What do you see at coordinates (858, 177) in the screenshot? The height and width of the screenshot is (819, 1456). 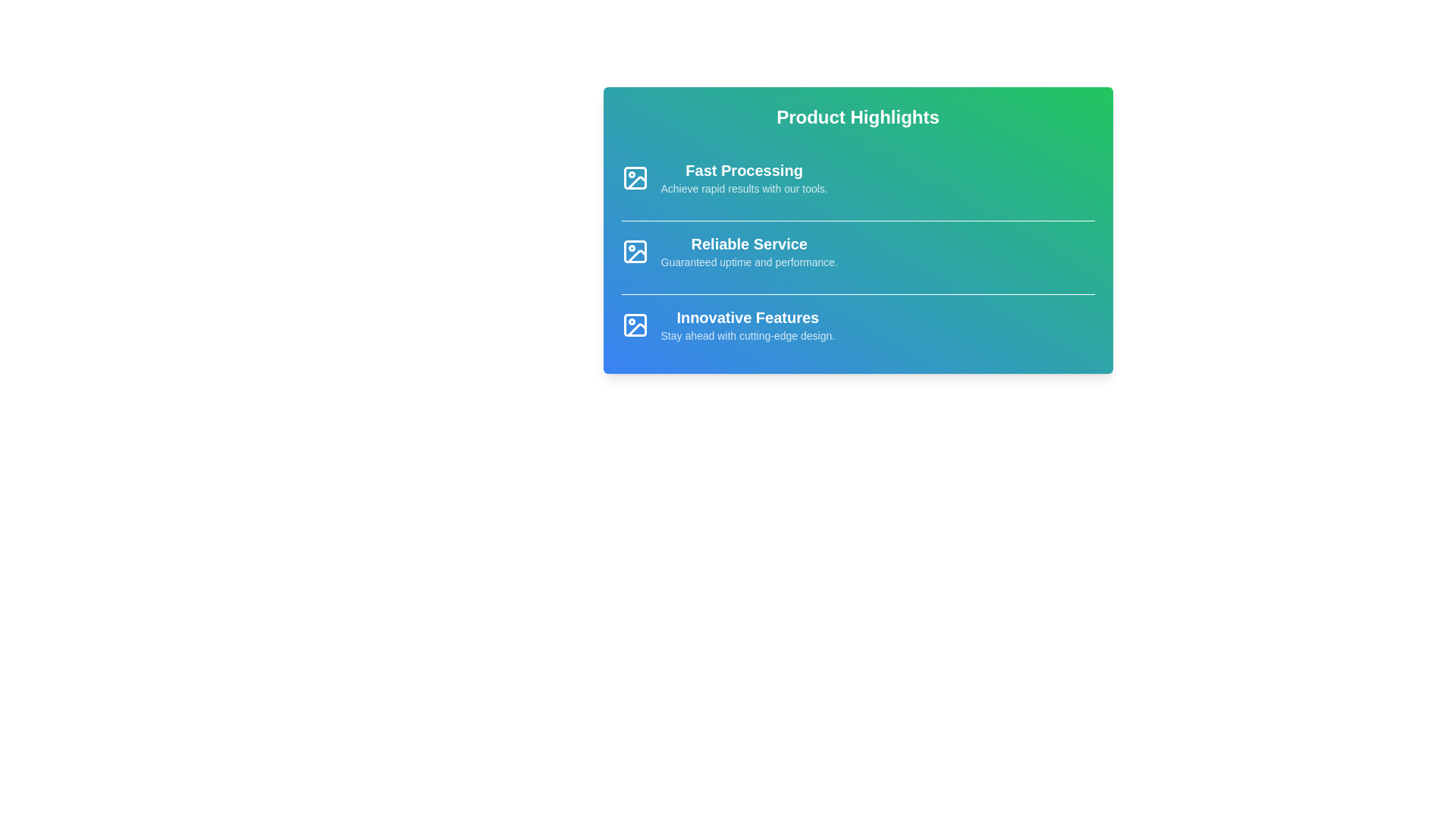 I see `the Information block that emphasizes 'Fast Processing', which is the first item in the vertical list of highlighted features located below the 'Product Highlights' title` at bounding box center [858, 177].